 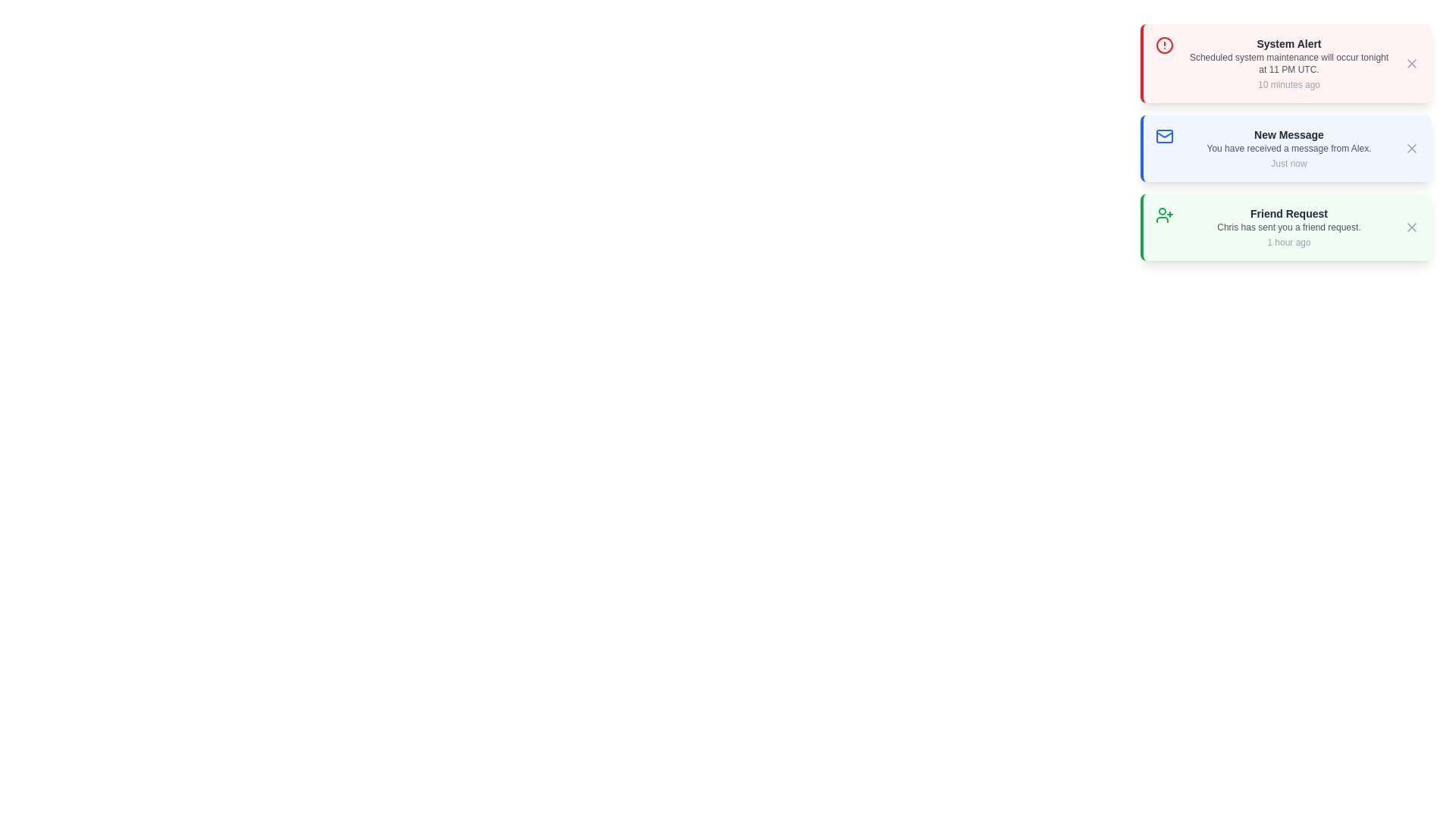 I want to click on the close button represented by an 'X' icon located in the upper-right corner of the green notification card about the friend request from Chris, so click(x=1411, y=227).